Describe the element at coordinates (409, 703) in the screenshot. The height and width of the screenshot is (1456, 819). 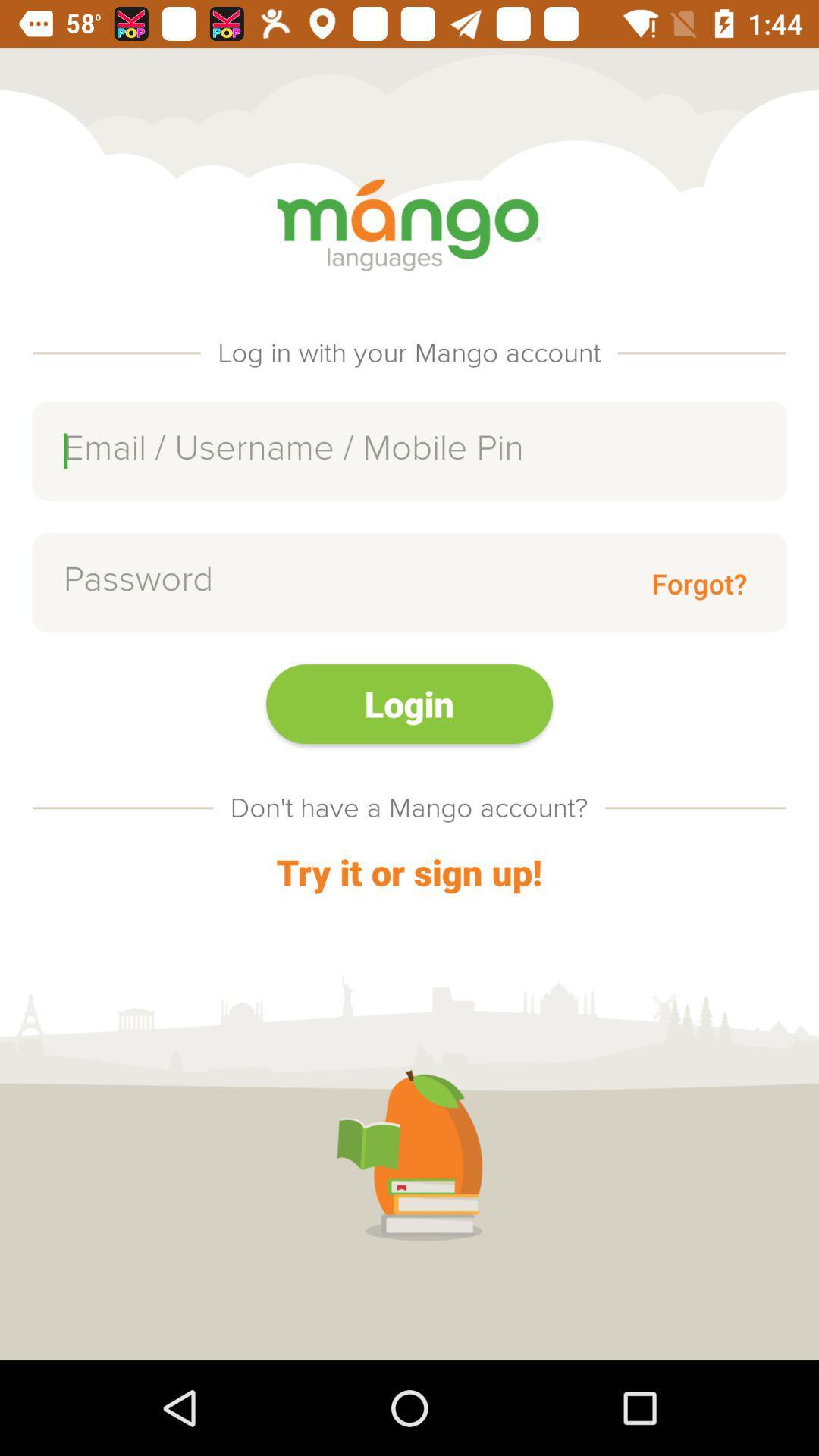
I see `the item above don t have` at that location.